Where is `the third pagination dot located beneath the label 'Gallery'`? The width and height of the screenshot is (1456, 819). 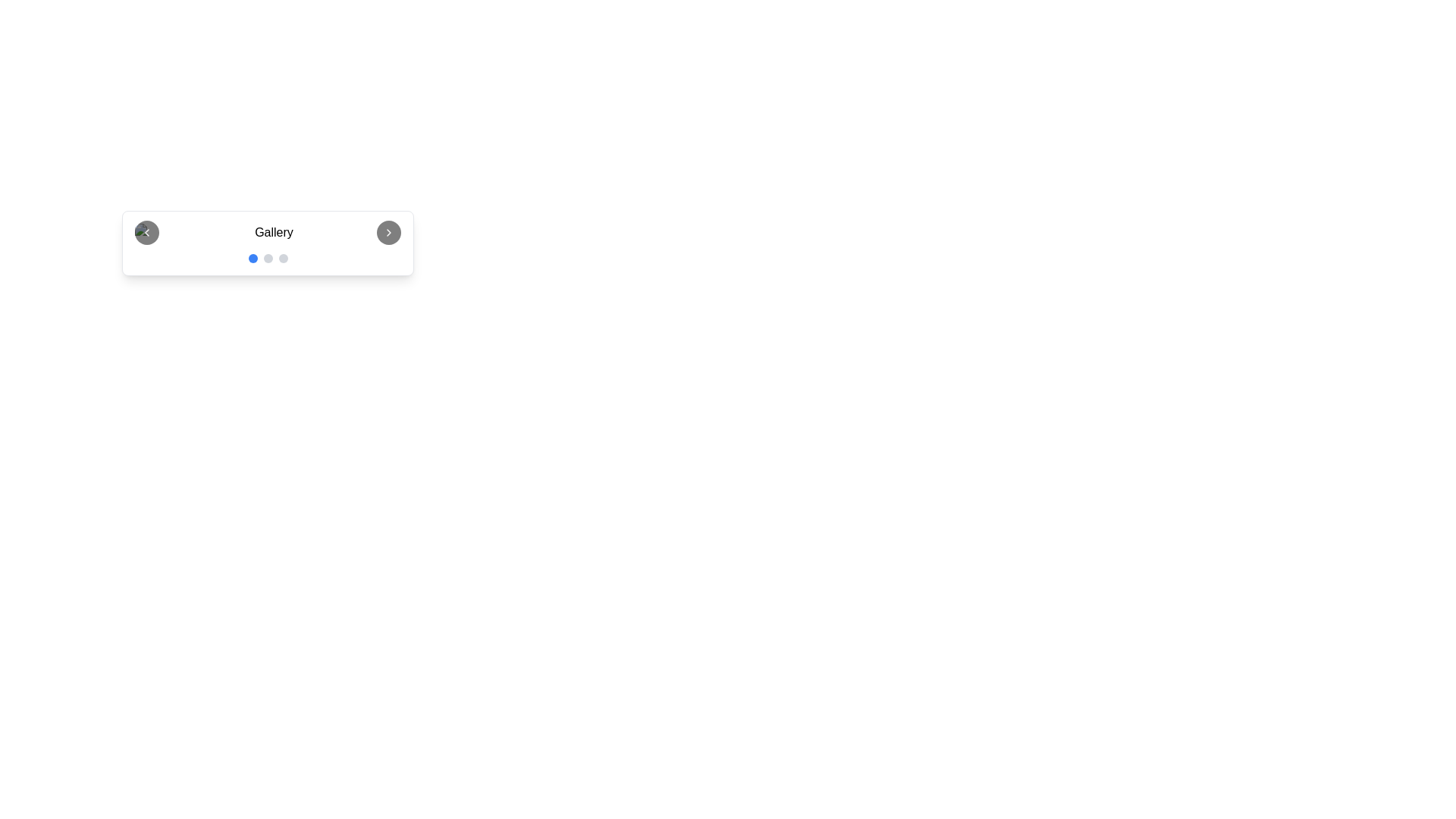 the third pagination dot located beneath the label 'Gallery' is located at coordinates (283, 257).